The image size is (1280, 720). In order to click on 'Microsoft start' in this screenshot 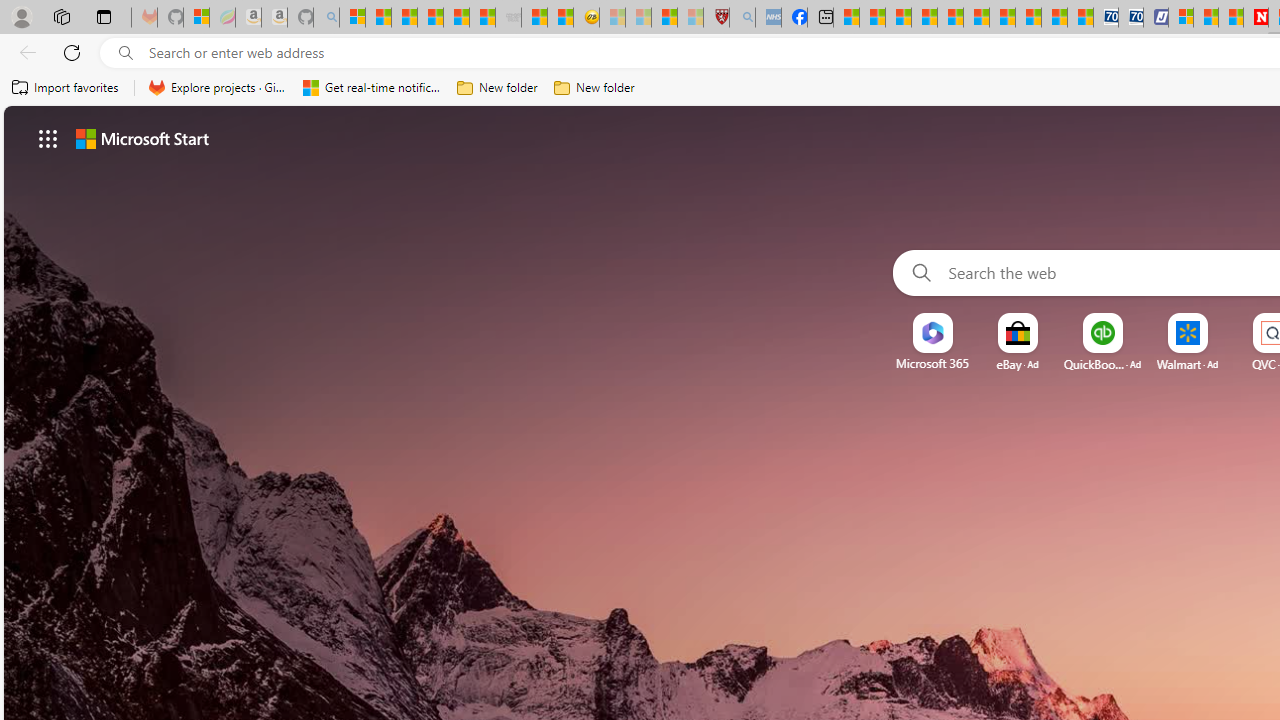, I will do `click(141, 137)`.